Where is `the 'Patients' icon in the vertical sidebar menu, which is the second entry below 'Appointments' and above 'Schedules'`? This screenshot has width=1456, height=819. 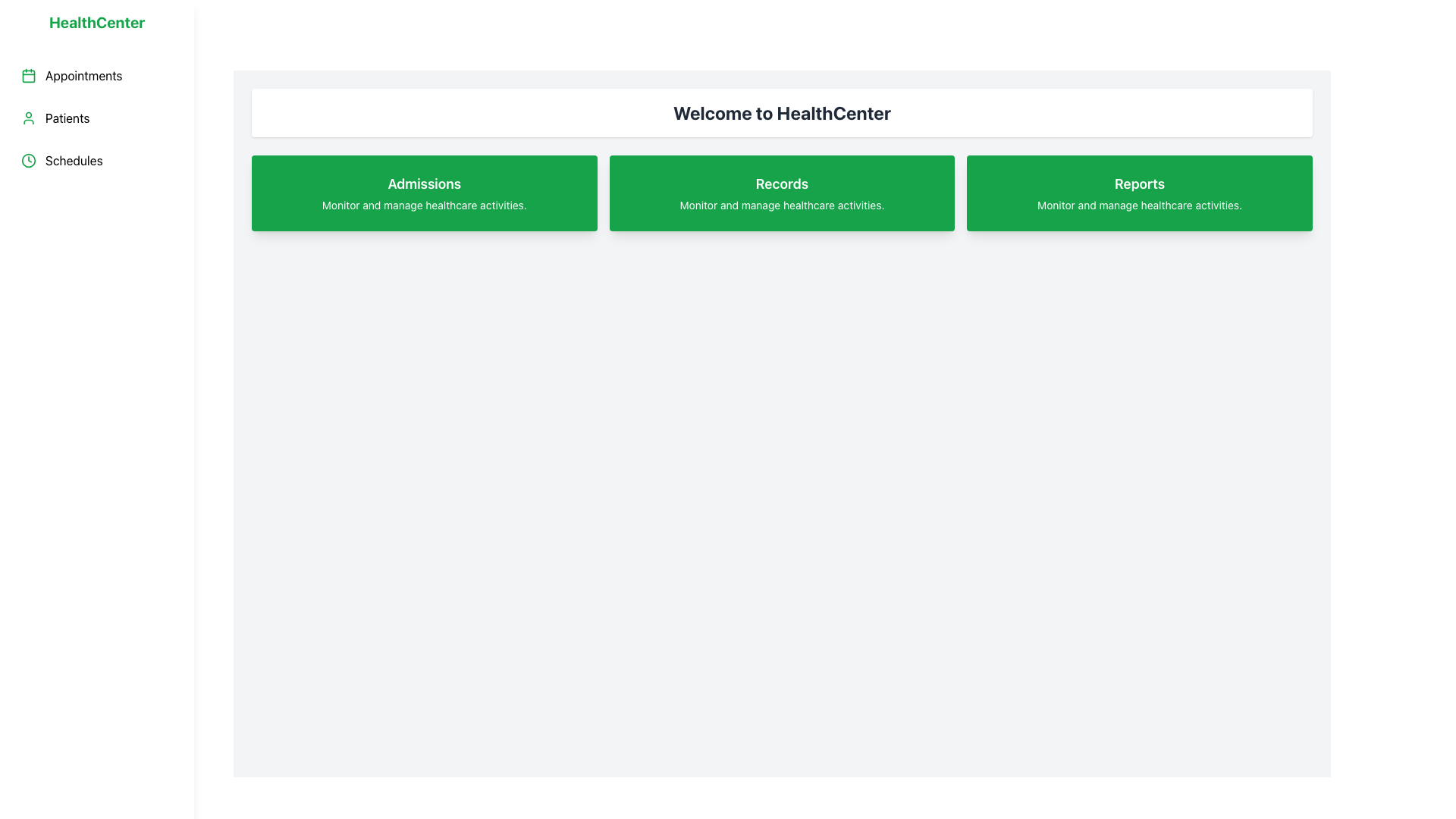
the 'Patients' icon in the vertical sidebar menu, which is the second entry below 'Appointments' and above 'Schedules' is located at coordinates (29, 117).